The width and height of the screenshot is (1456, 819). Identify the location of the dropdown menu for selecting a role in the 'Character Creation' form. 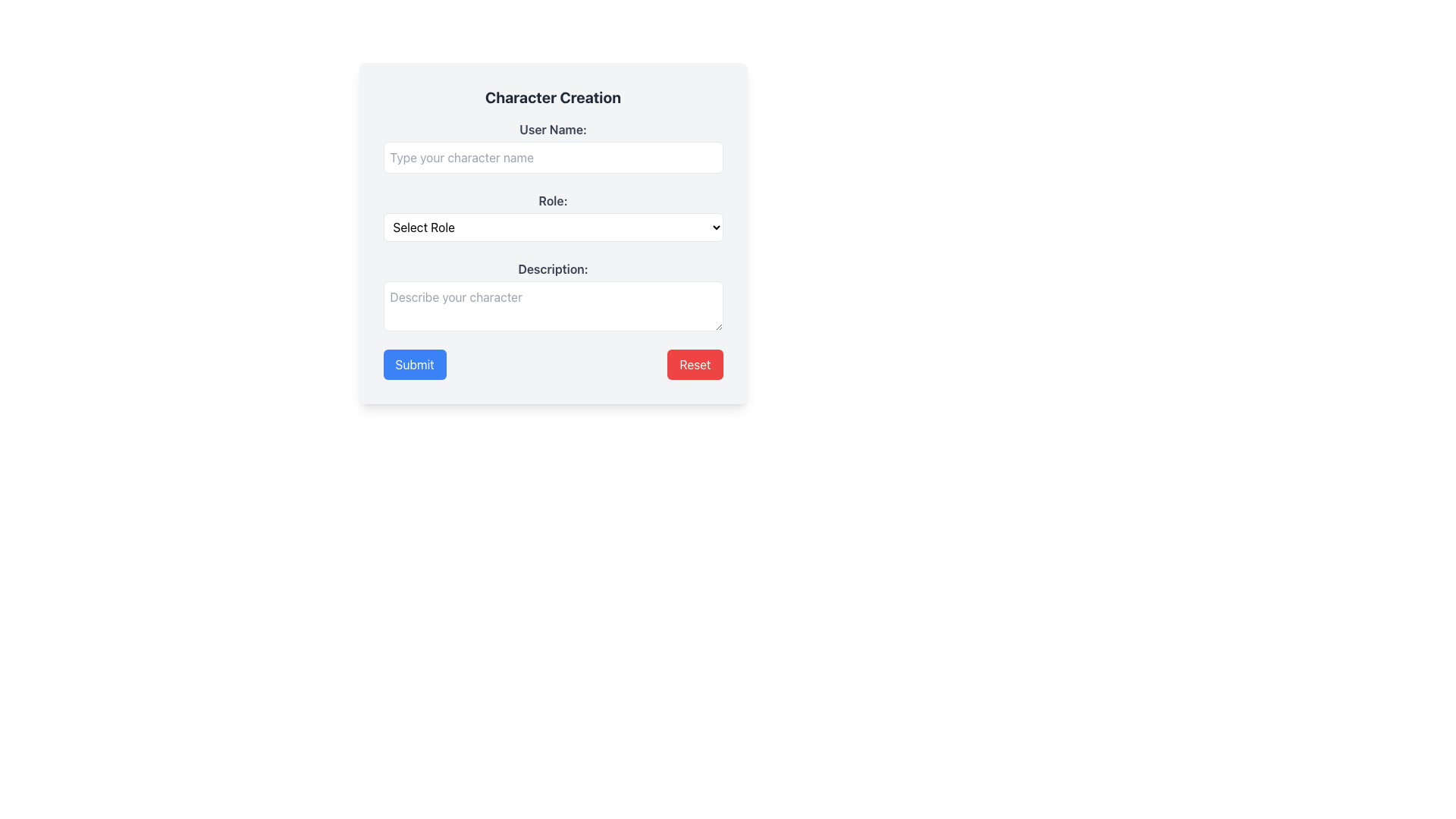
(552, 234).